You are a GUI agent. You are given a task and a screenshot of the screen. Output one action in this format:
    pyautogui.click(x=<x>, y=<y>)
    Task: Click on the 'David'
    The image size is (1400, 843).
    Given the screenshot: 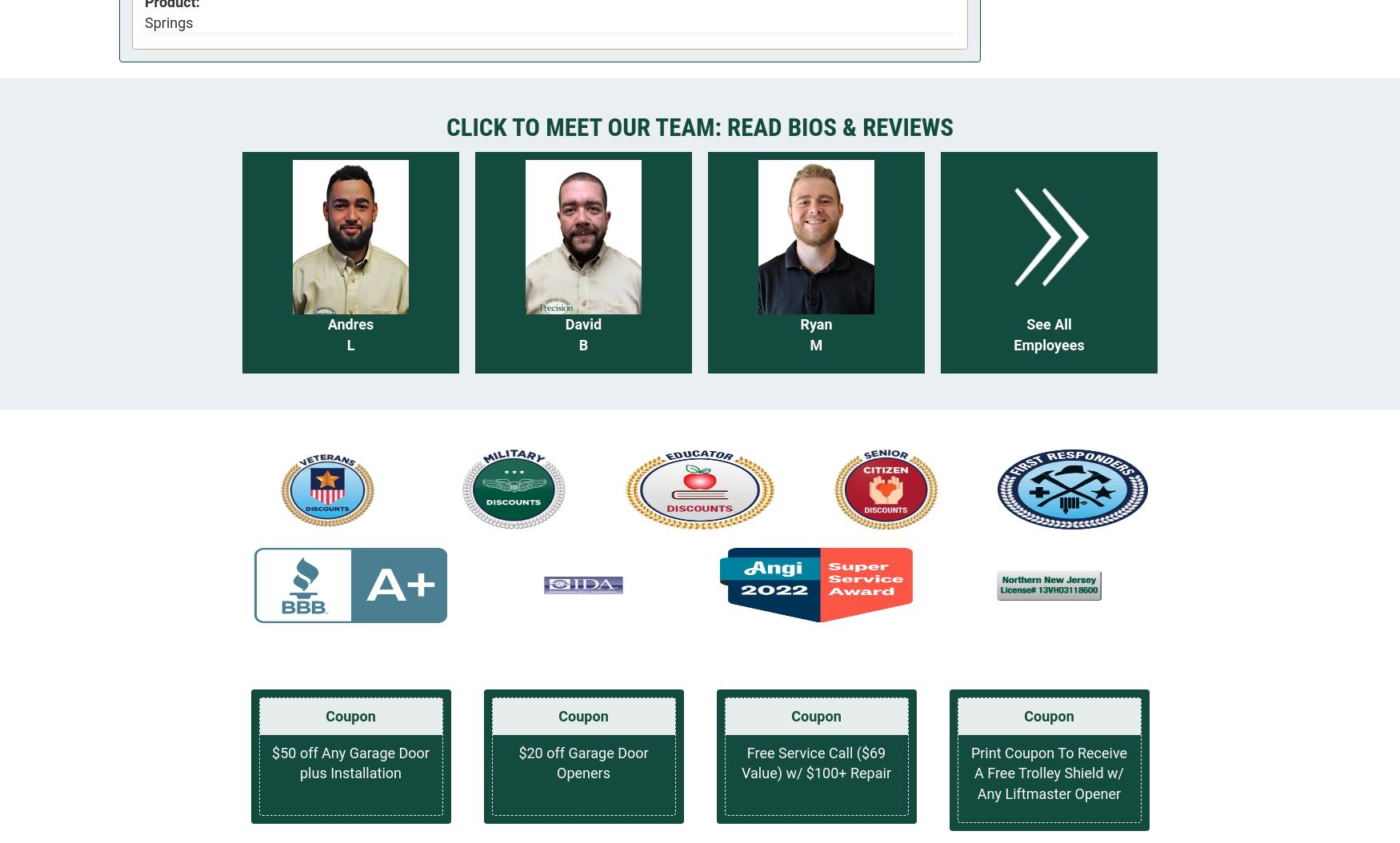 What is the action you would take?
    pyautogui.click(x=564, y=323)
    